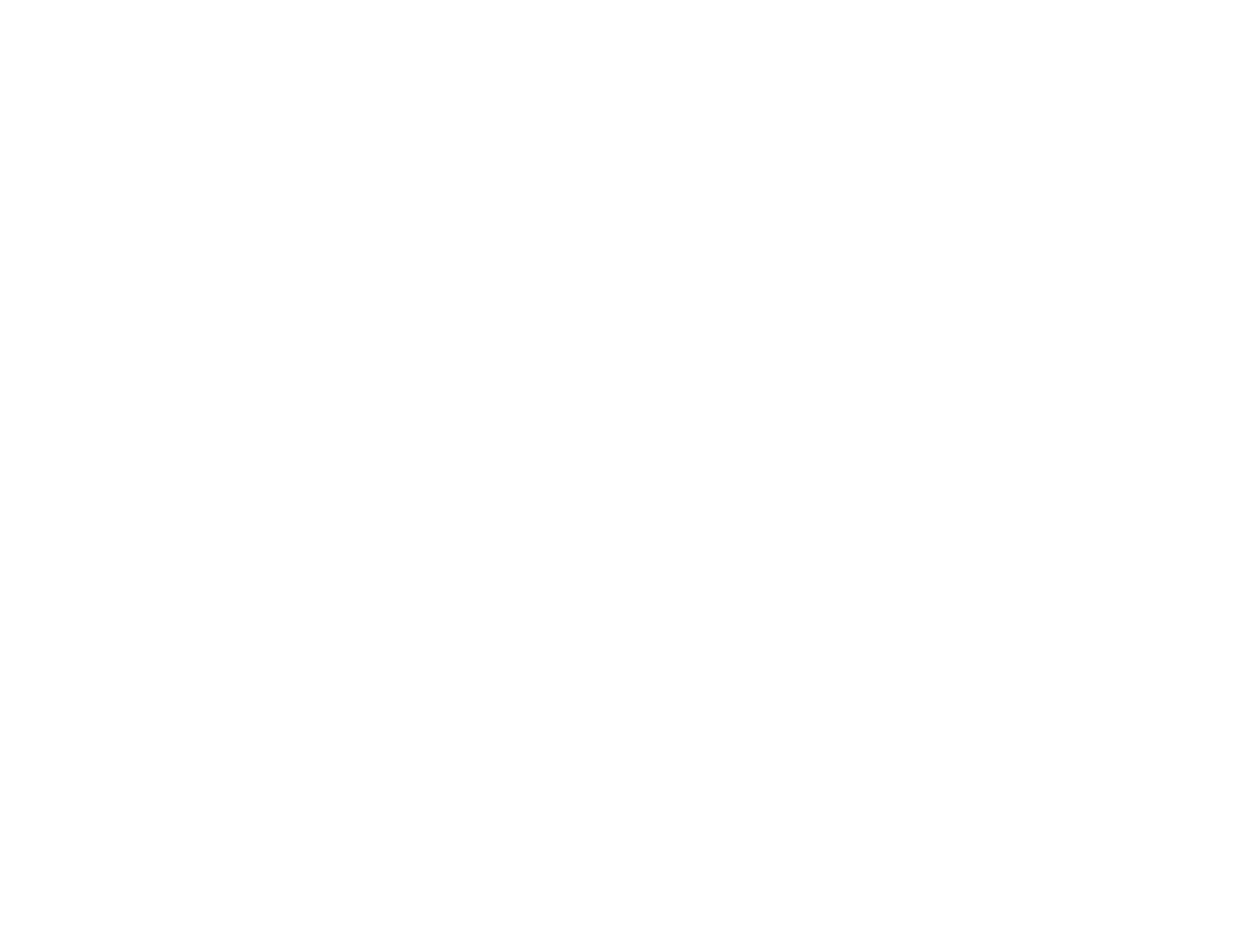 The image size is (1260, 952). I want to click on 'More Books', so click(852, 32).